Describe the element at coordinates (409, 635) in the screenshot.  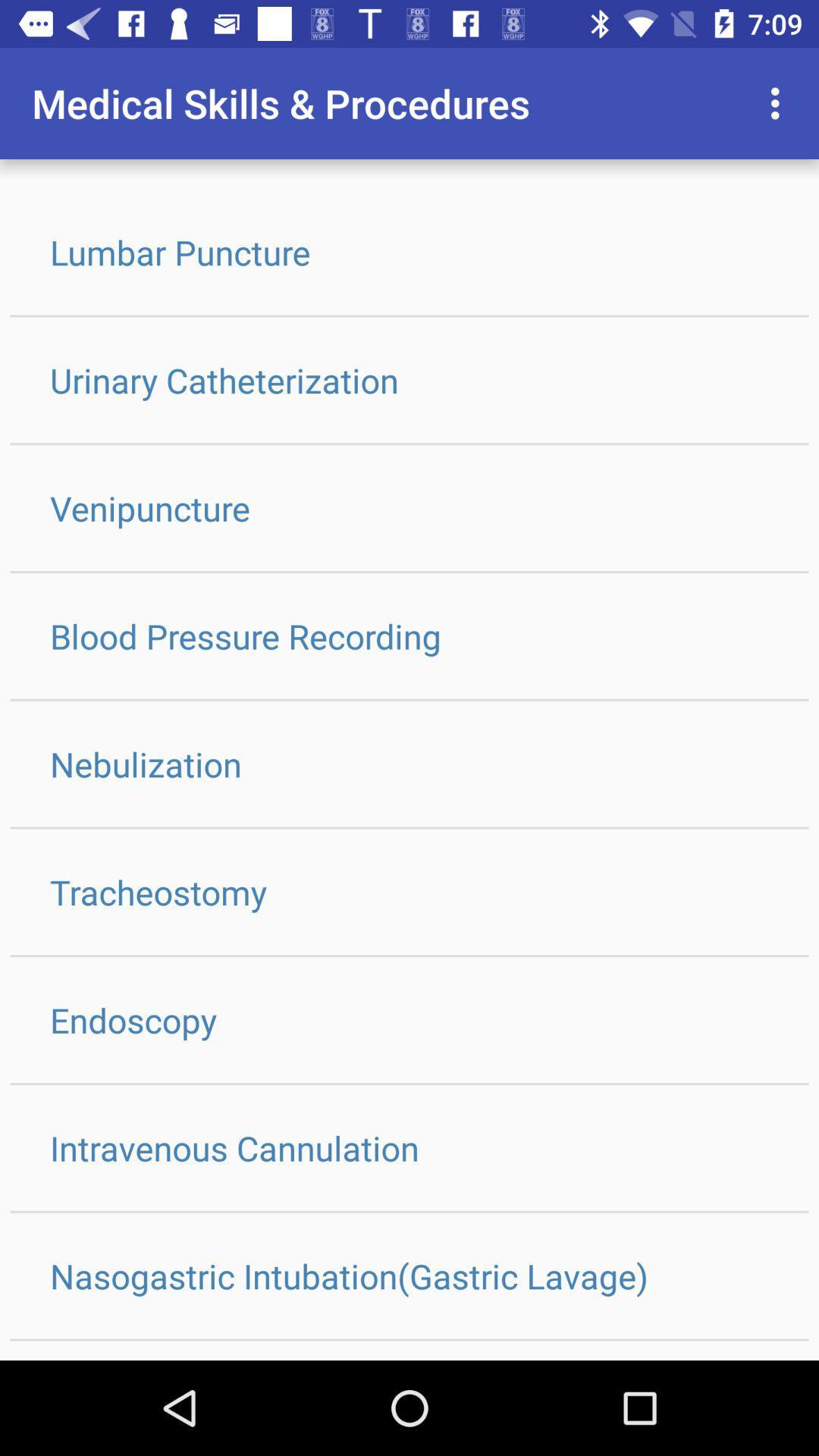
I see `blood pressure recording icon` at that location.